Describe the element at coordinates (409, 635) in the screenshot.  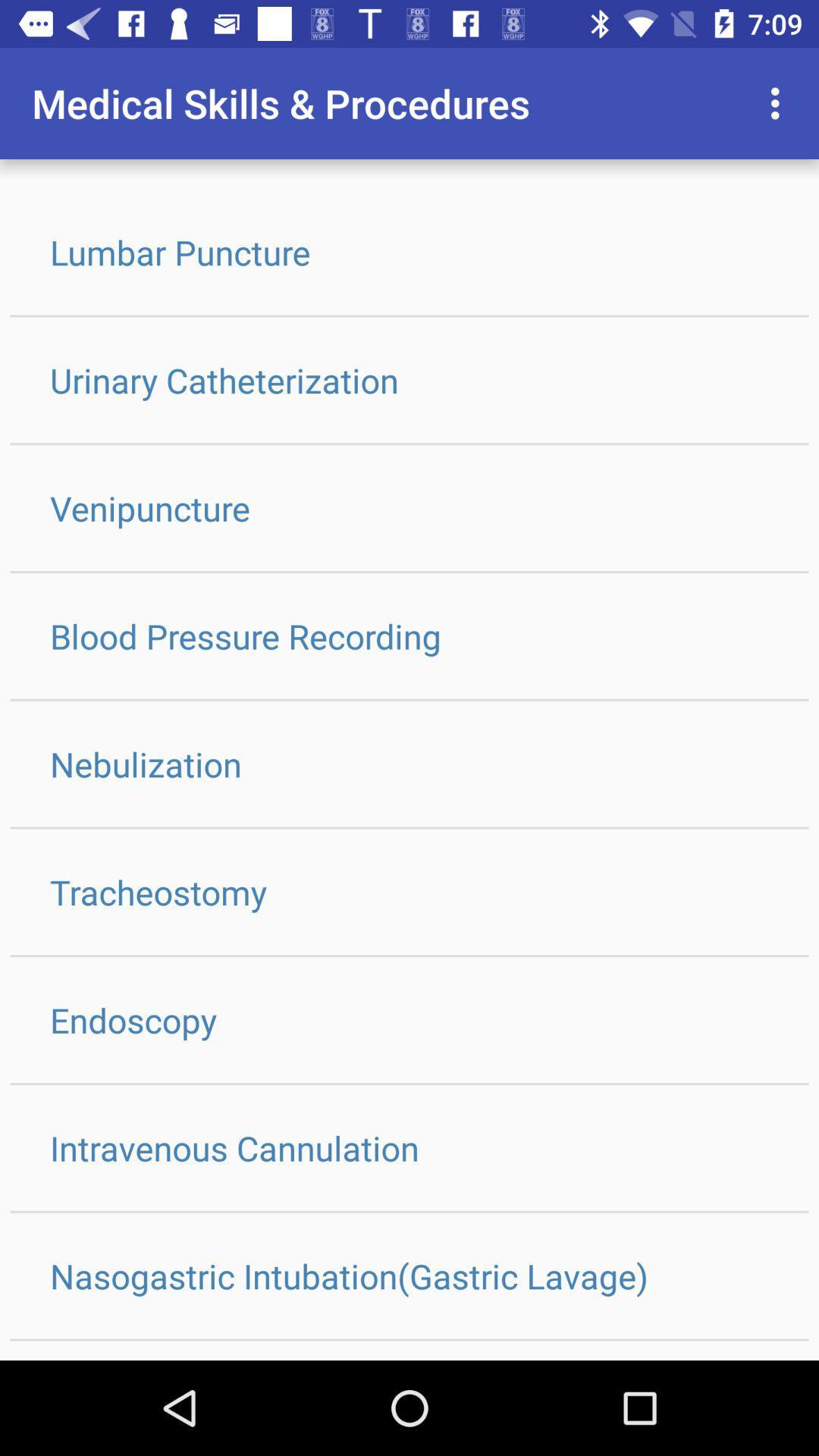
I see `blood pressure recording icon` at that location.